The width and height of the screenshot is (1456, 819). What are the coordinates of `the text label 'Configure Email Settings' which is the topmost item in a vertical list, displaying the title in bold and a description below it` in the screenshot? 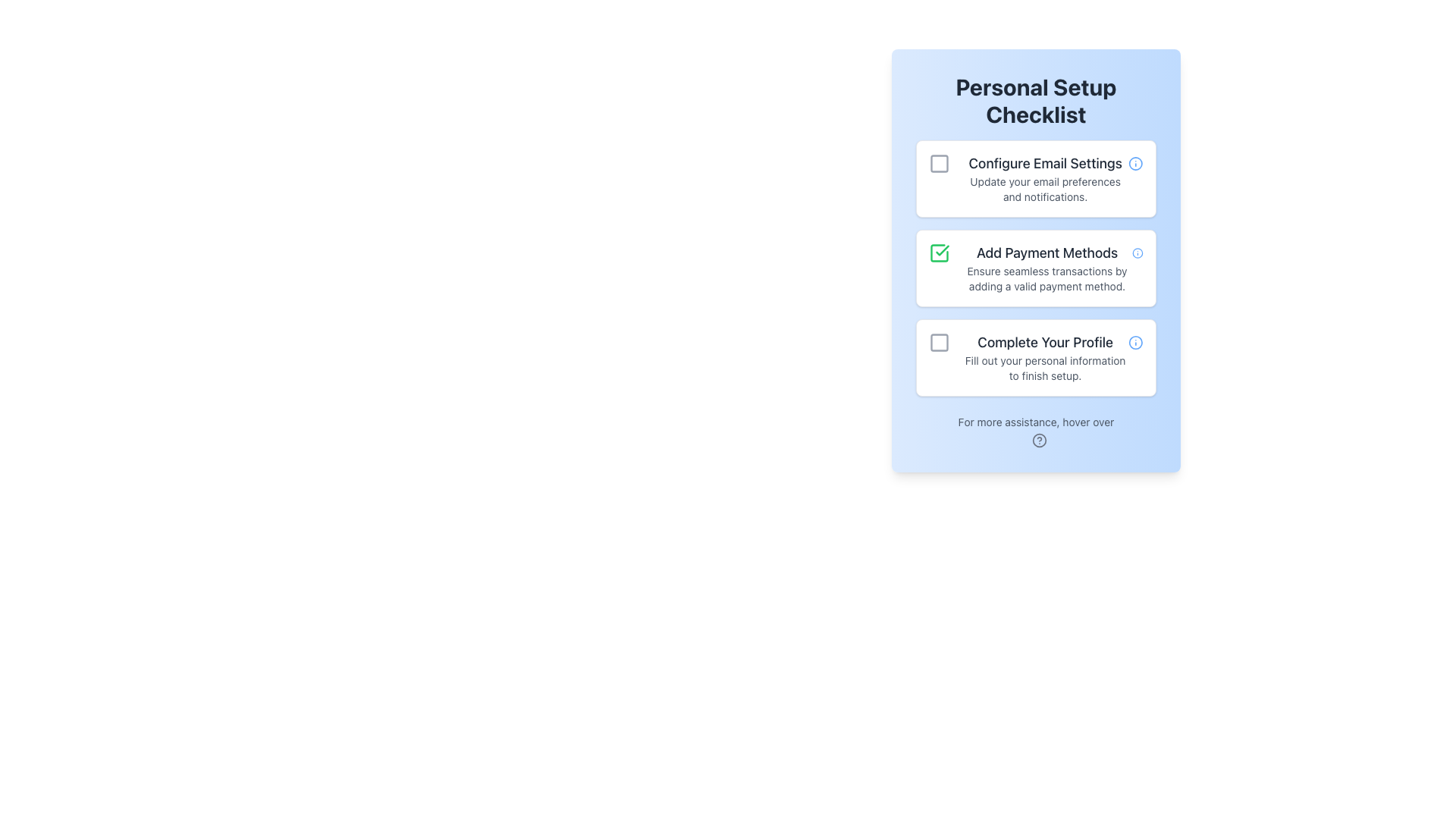 It's located at (1044, 177).